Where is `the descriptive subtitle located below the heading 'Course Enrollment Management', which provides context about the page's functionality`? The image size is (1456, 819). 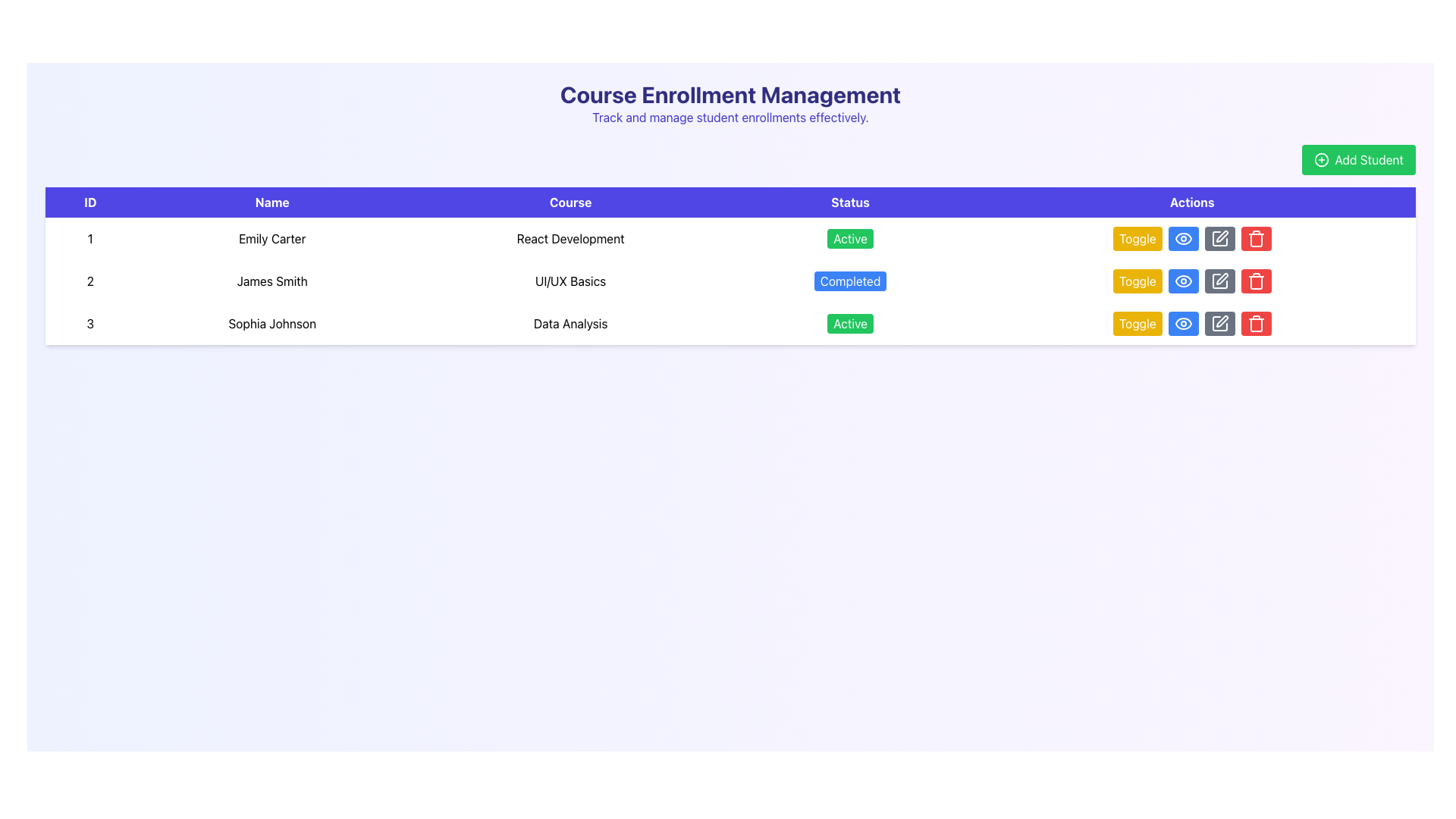
the descriptive subtitle located below the heading 'Course Enrollment Management', which provides context about the page's functionality is located at coordinates (730, 116).